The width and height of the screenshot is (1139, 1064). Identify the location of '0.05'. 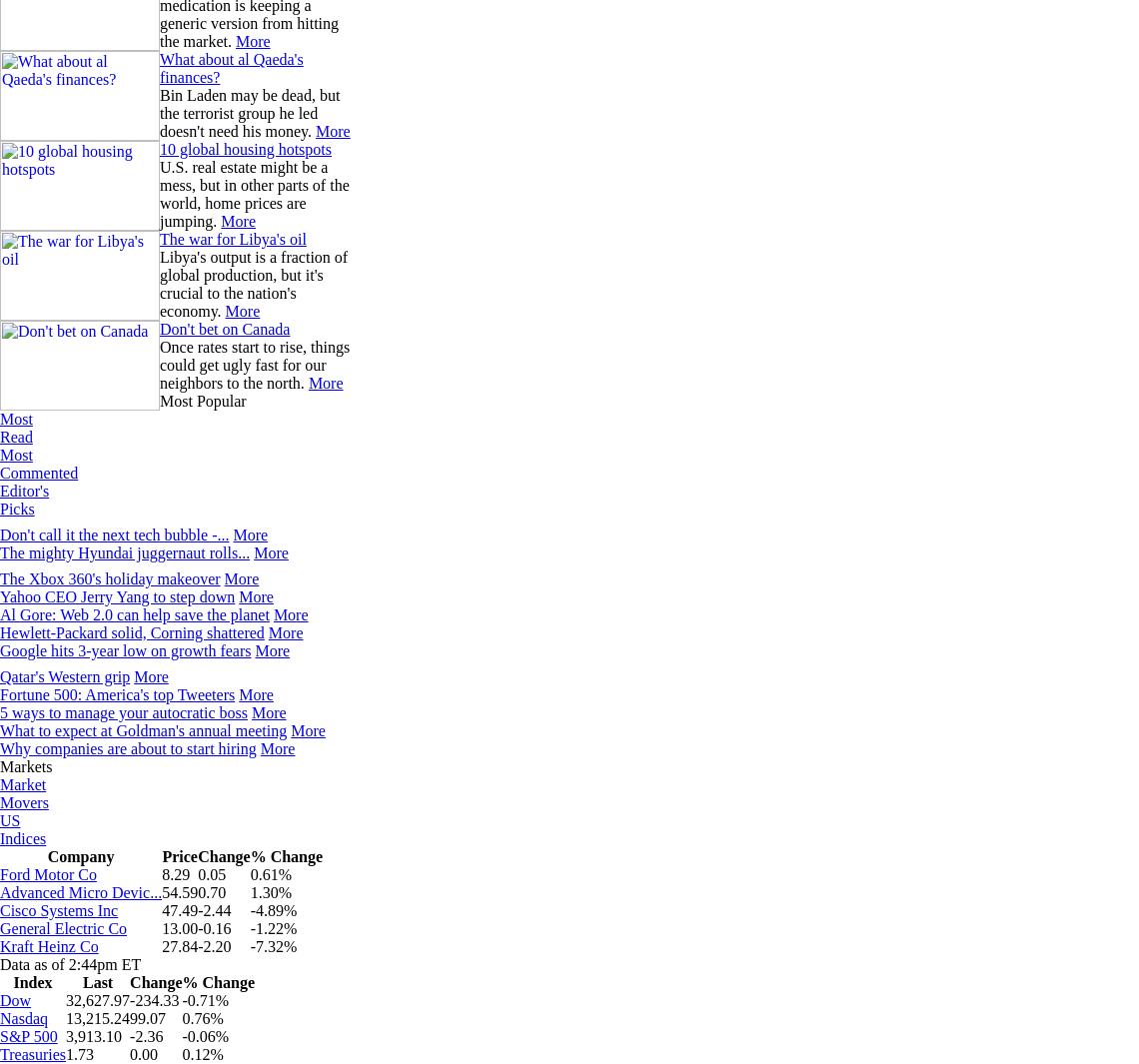
(212, 874).